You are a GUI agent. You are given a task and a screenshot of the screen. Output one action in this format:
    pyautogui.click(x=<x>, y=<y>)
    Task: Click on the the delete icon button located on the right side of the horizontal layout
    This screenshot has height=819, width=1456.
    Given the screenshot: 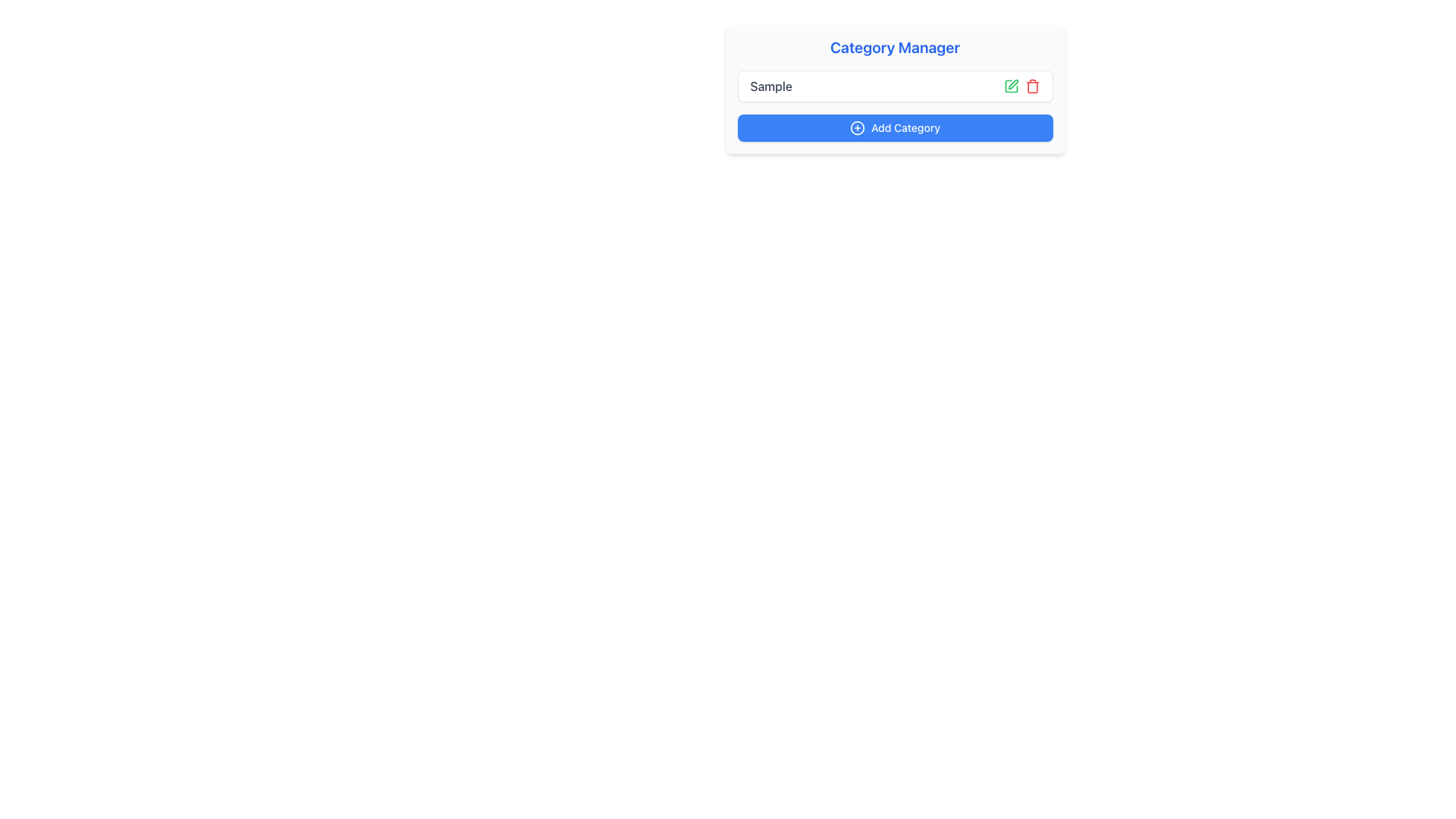 What is the action you would take?
    pyautogui.click(x=1031, y=86)
    